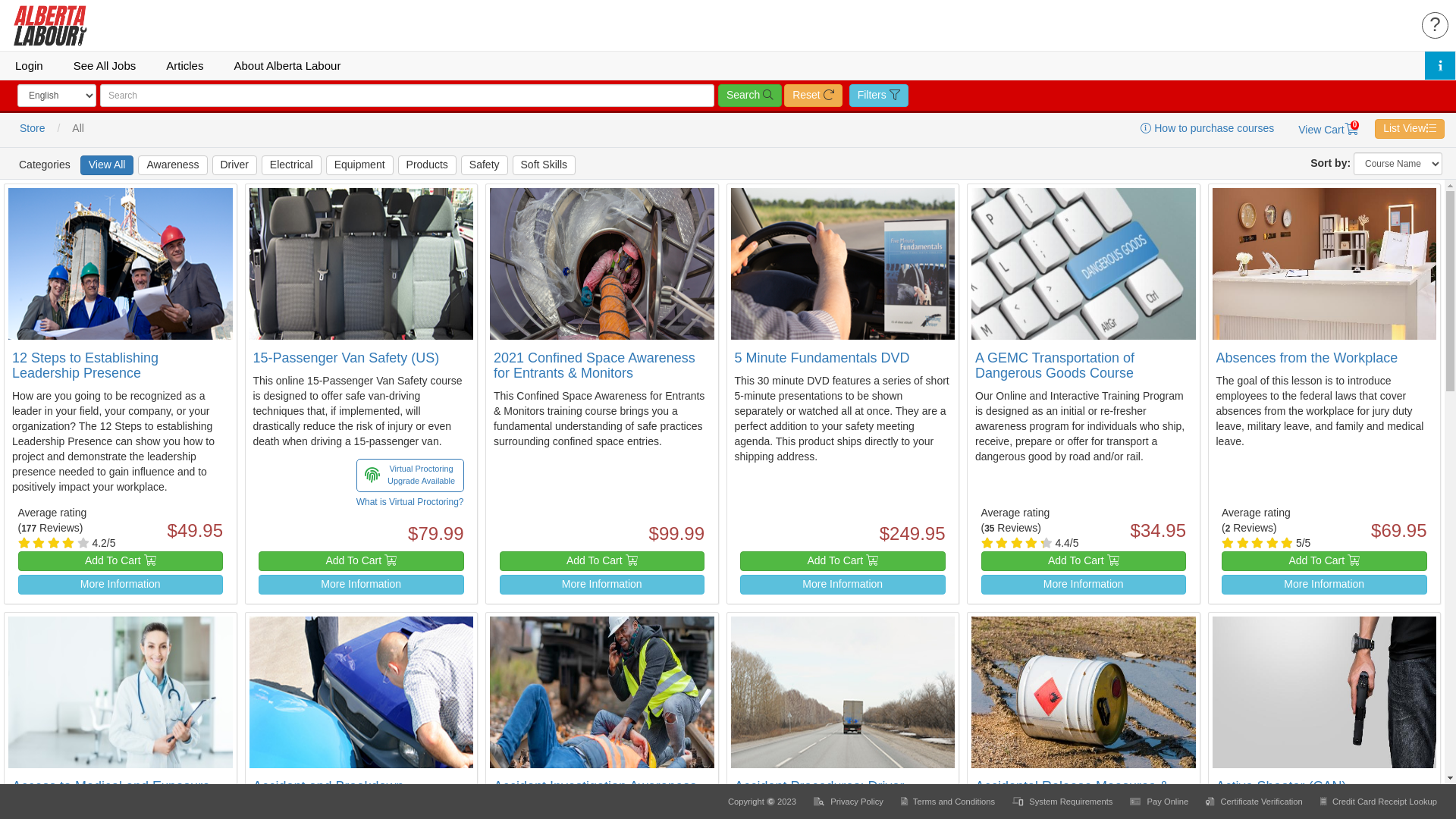  I want to click on 'Articles', so click(150, 64).